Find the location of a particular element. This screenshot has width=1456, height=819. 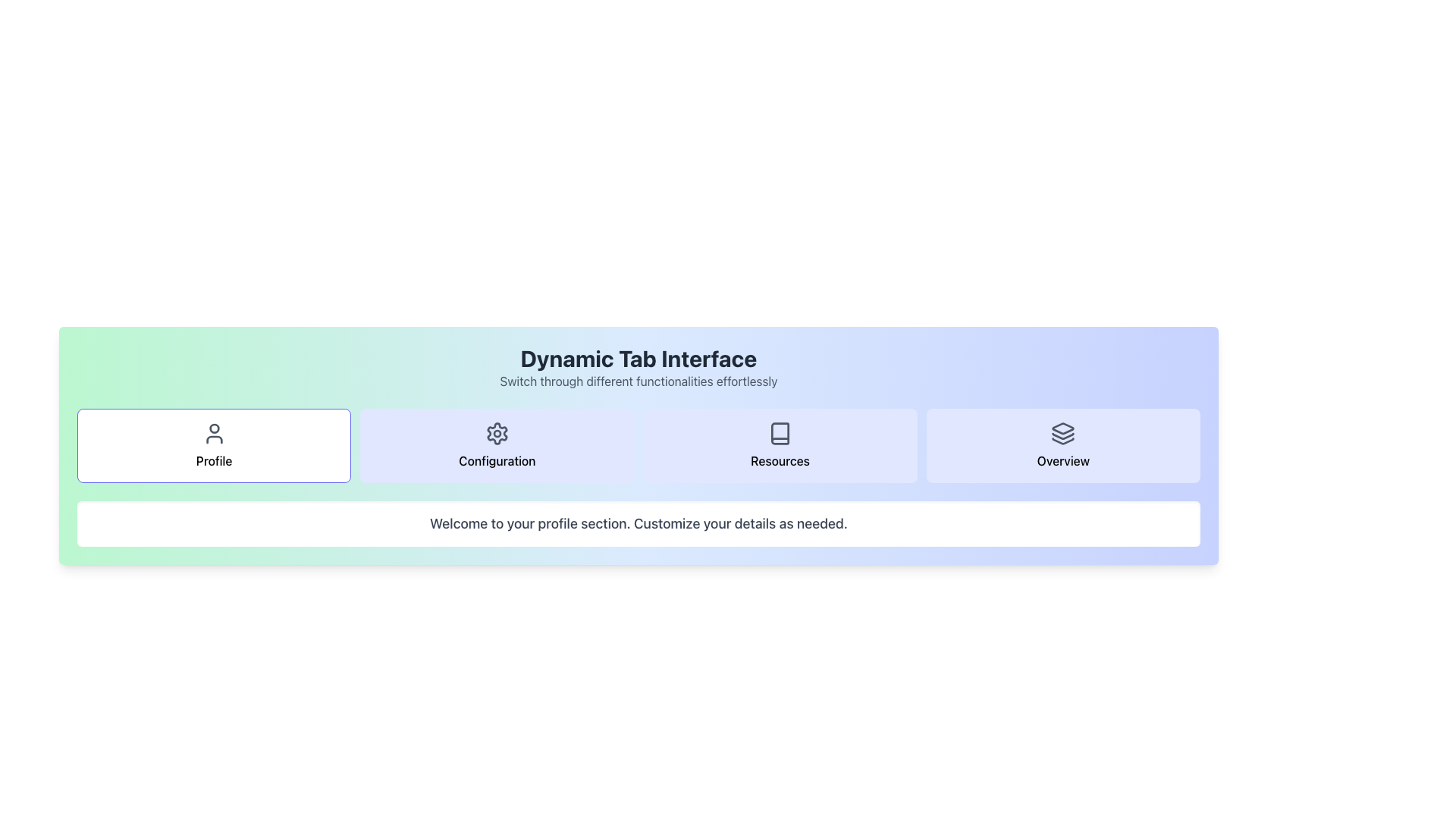

the middle layer of the three-layer icon within the overview section of the tab interface, represented by a vector graphic element in the SVG is located at coordinates (1062, 436).